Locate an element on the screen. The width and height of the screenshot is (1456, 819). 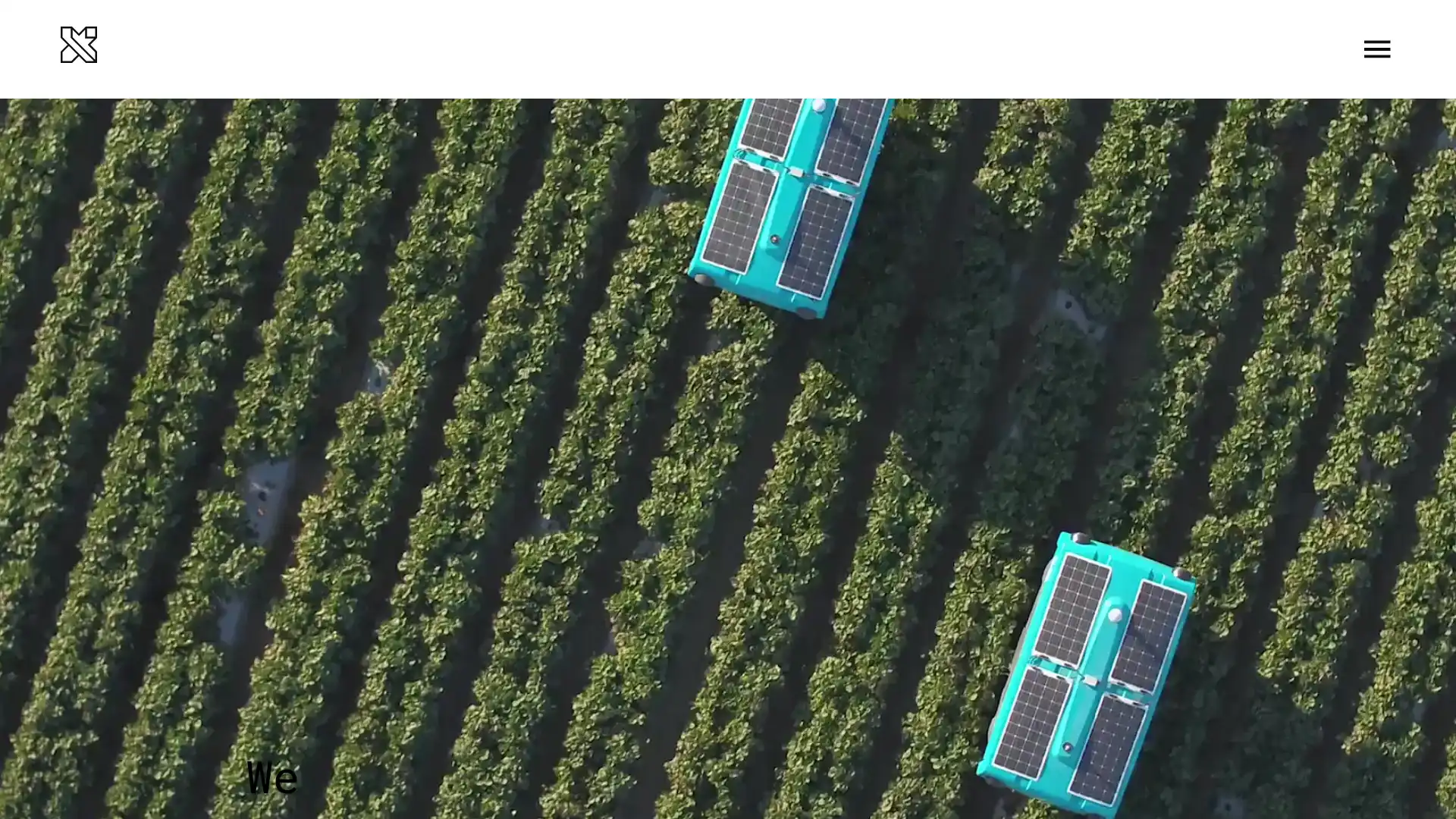
Menu is located at coordinates (1119, 54).